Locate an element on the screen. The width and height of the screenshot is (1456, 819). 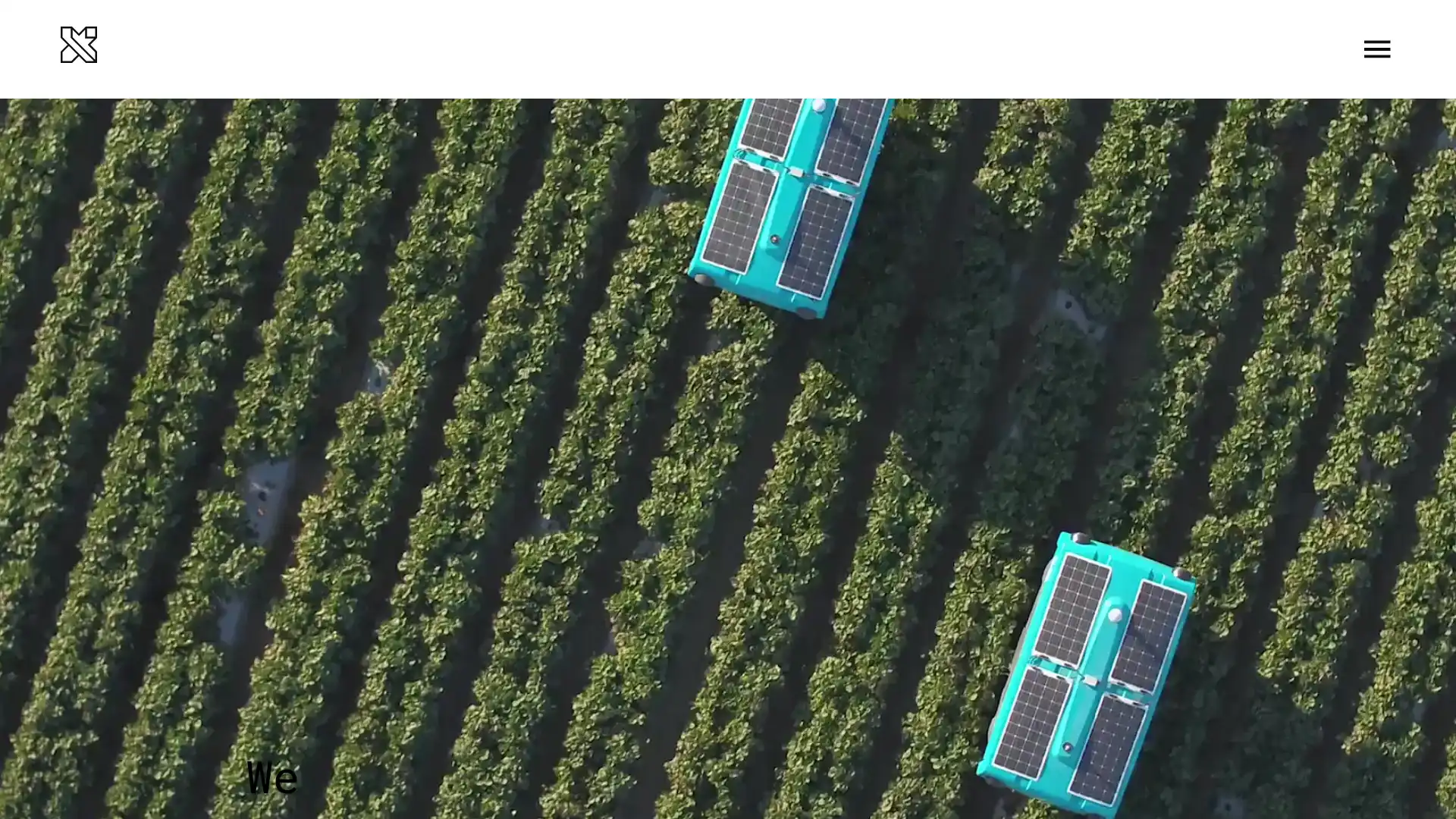
Menu is located at coordinates (1119, 54).